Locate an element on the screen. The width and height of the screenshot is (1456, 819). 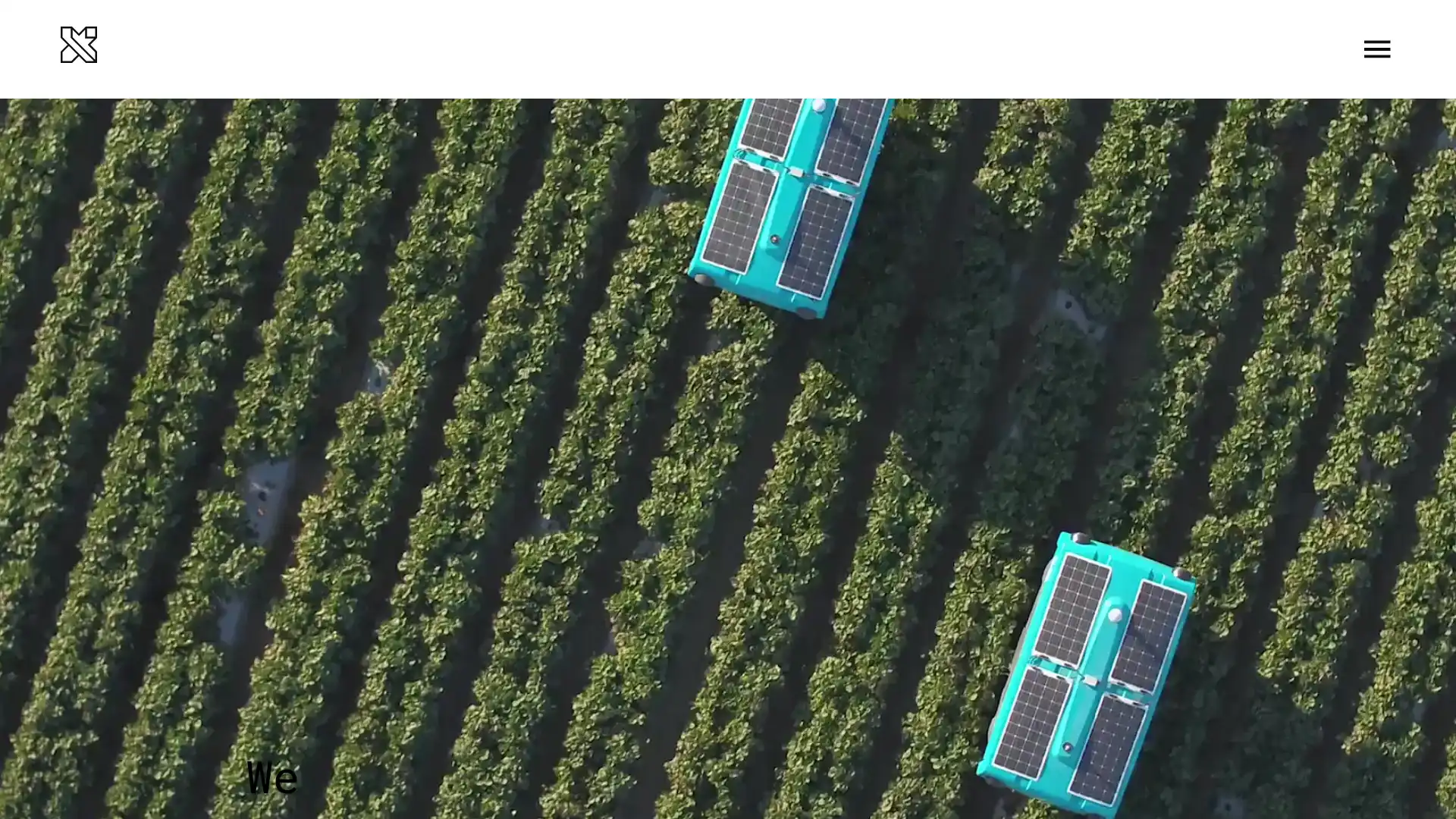
Menu is located at coordinates (1119, 54).